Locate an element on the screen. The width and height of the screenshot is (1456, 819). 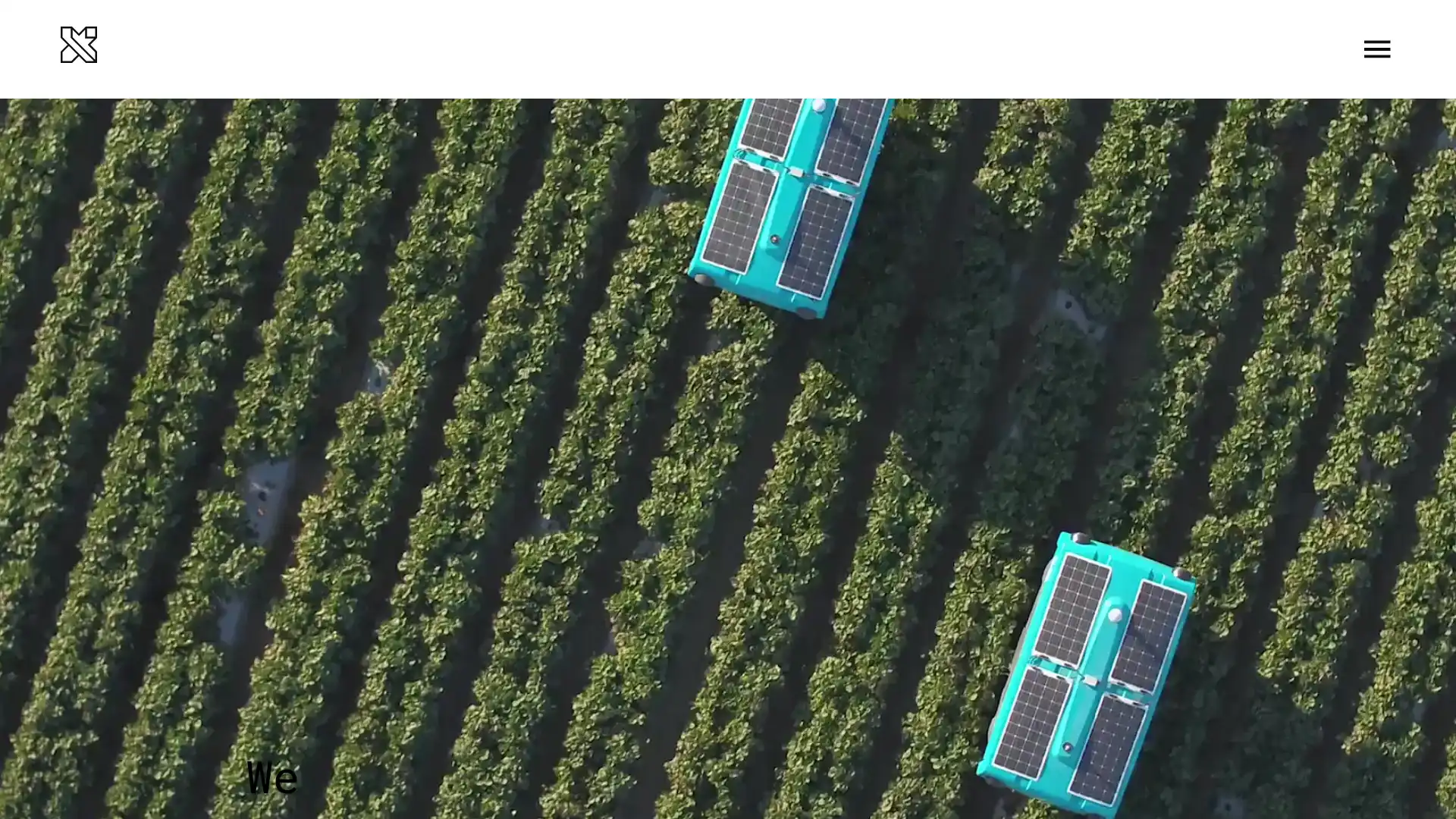
Menu is located at coordinates (1119, 54).